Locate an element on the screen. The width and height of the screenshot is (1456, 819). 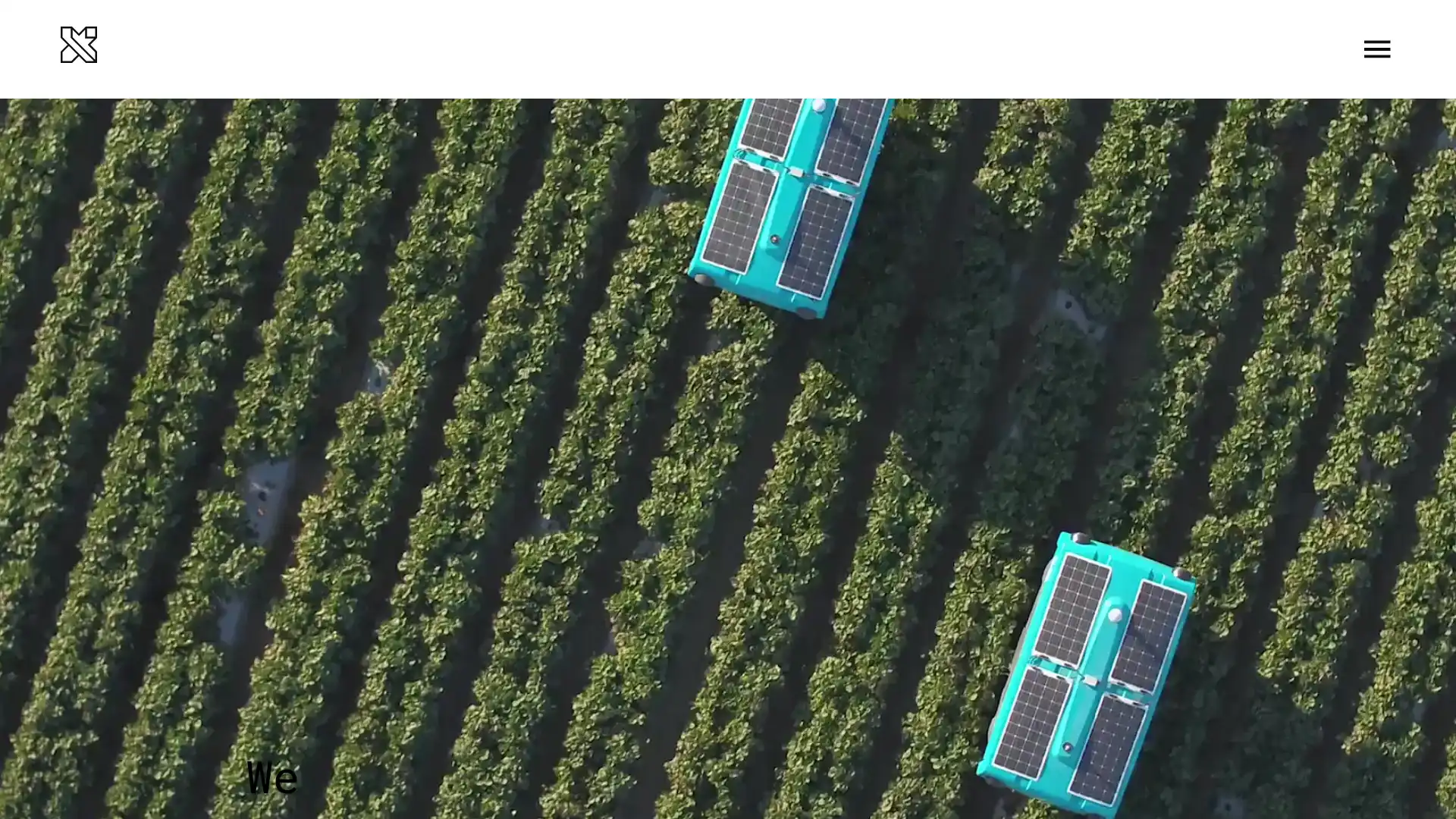
Menu is located at coordinates (1119, 54).